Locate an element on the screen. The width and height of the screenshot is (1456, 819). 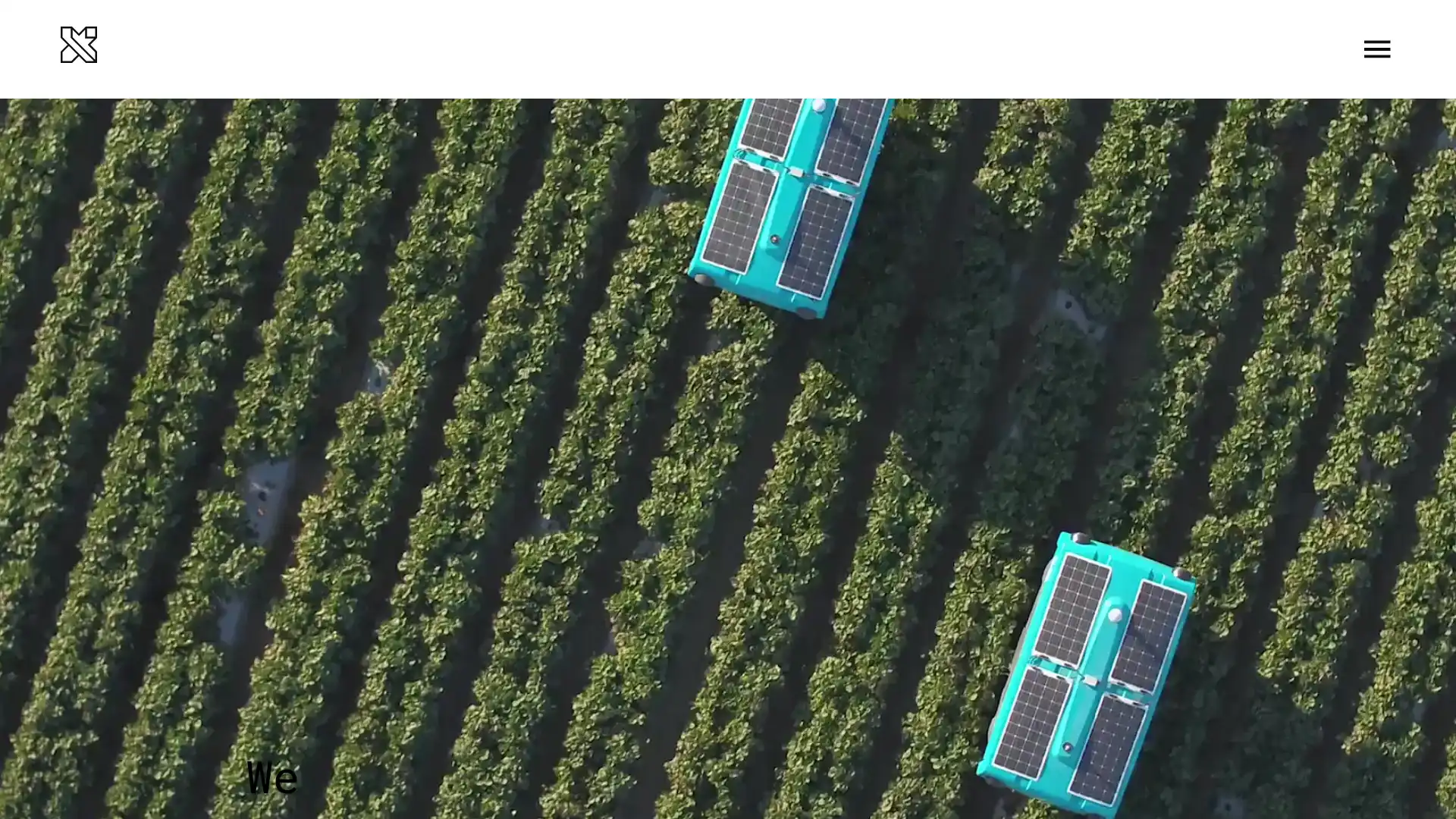
Menu is located at coordinates (1119, 54).